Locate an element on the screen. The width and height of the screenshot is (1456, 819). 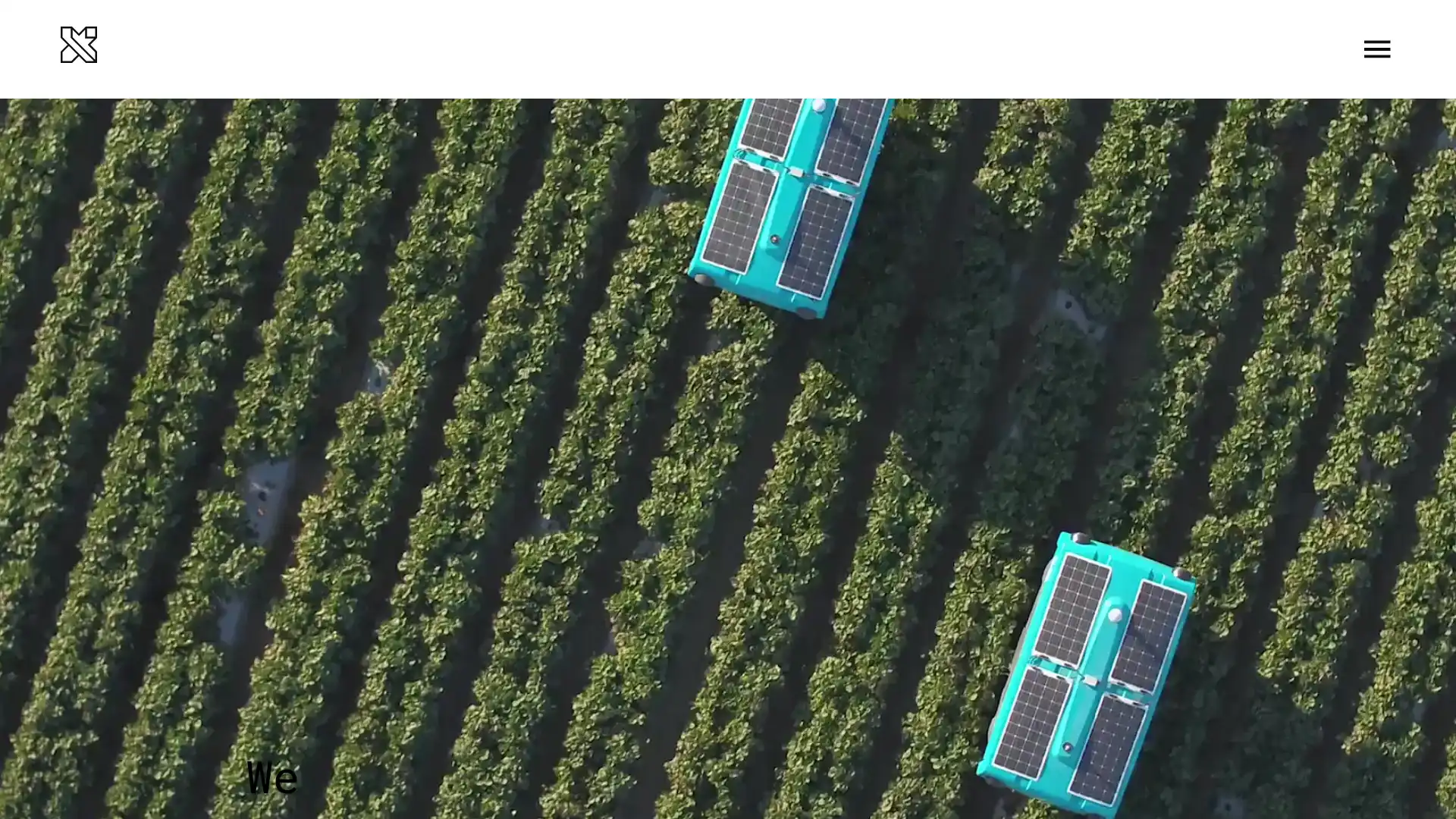
Menu is located at coordinates (1119, 54).